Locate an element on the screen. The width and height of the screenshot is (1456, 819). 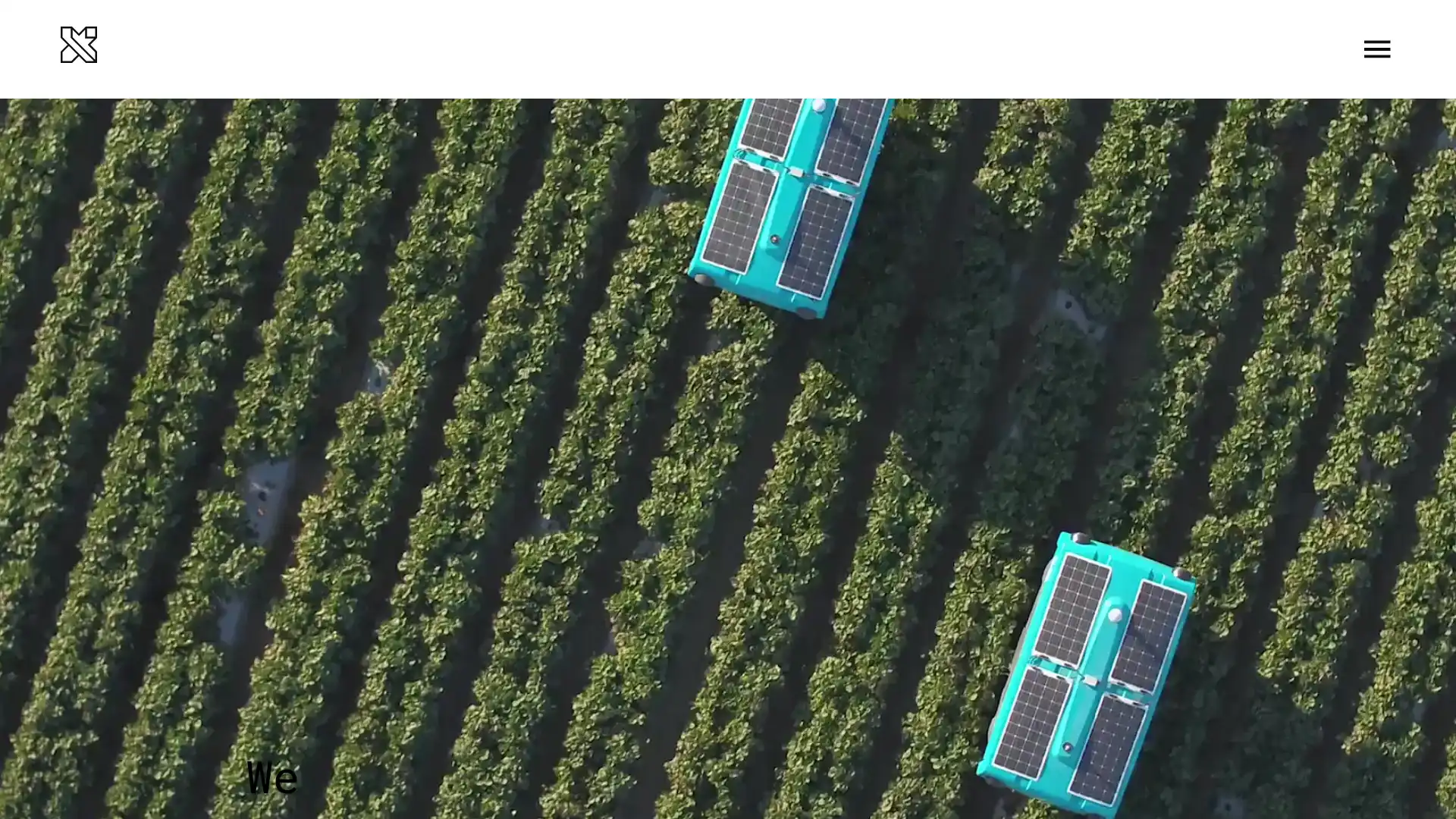
Menu is located at coordinates (1119, 54).